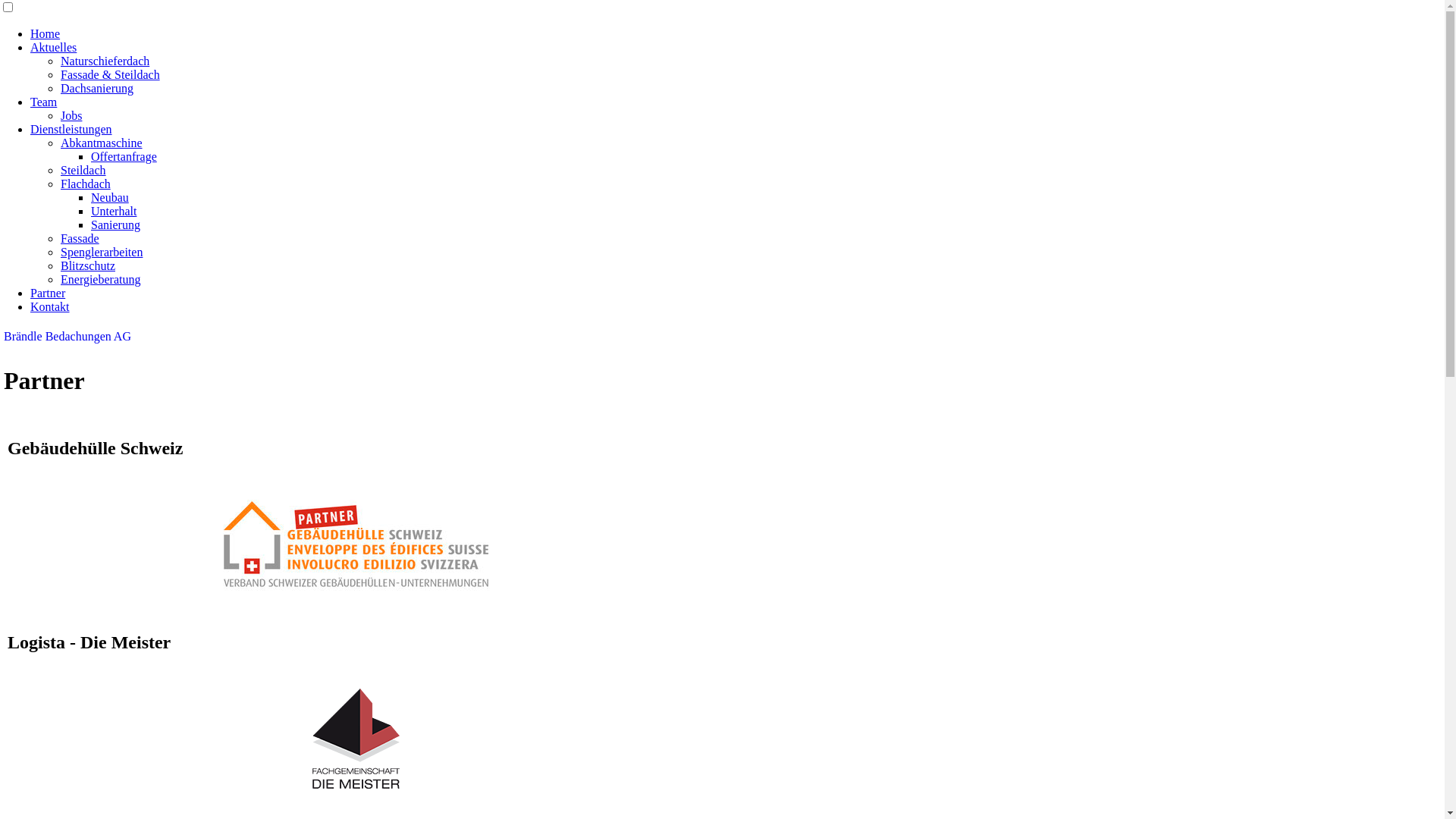 The height and width of the screenshot is (819, 1456). I want to click on 'Aktuelles', so click(53, 46).